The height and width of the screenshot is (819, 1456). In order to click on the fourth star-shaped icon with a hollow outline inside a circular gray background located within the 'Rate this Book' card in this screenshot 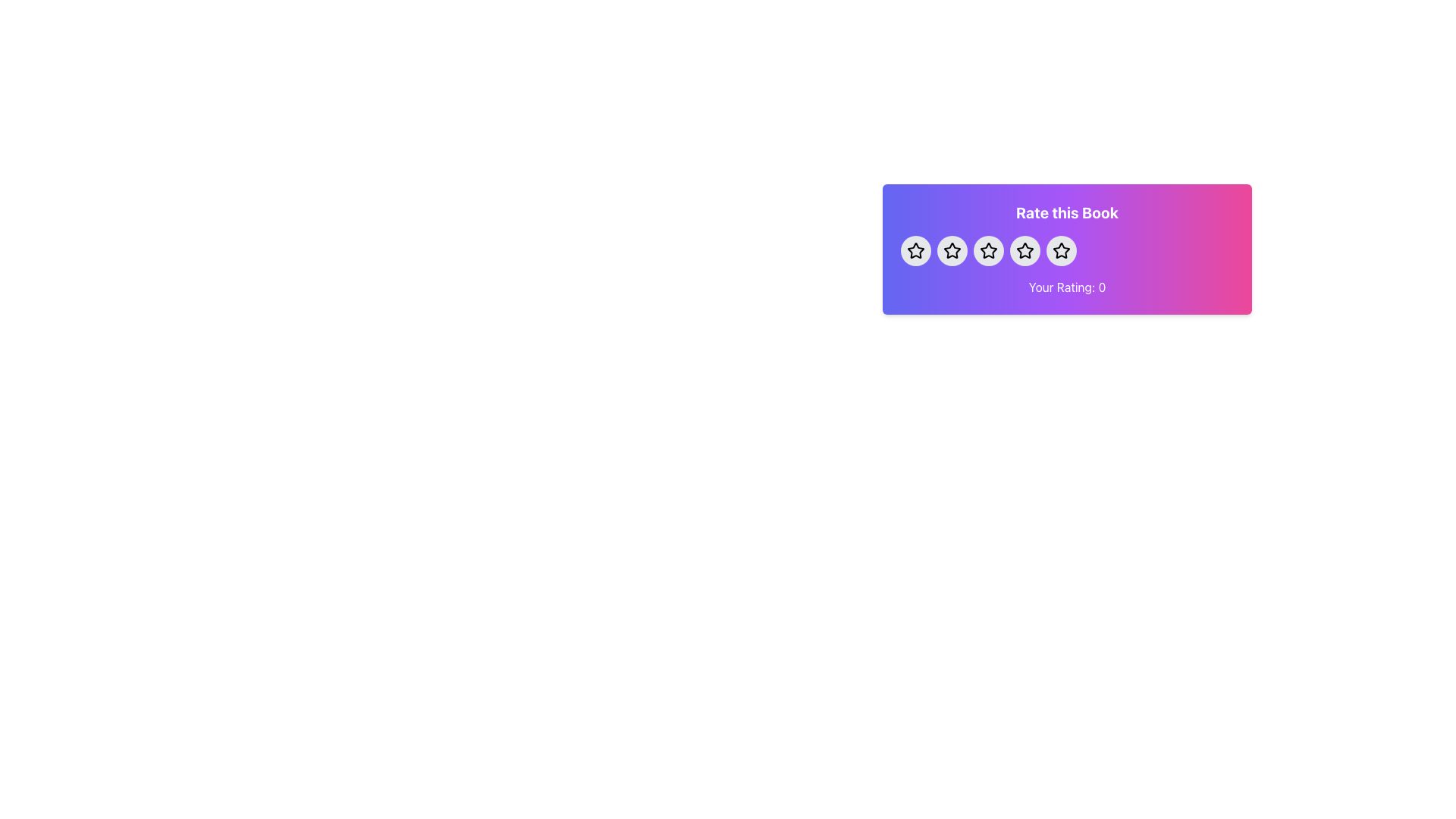, I will do `click(1025, 250)`.